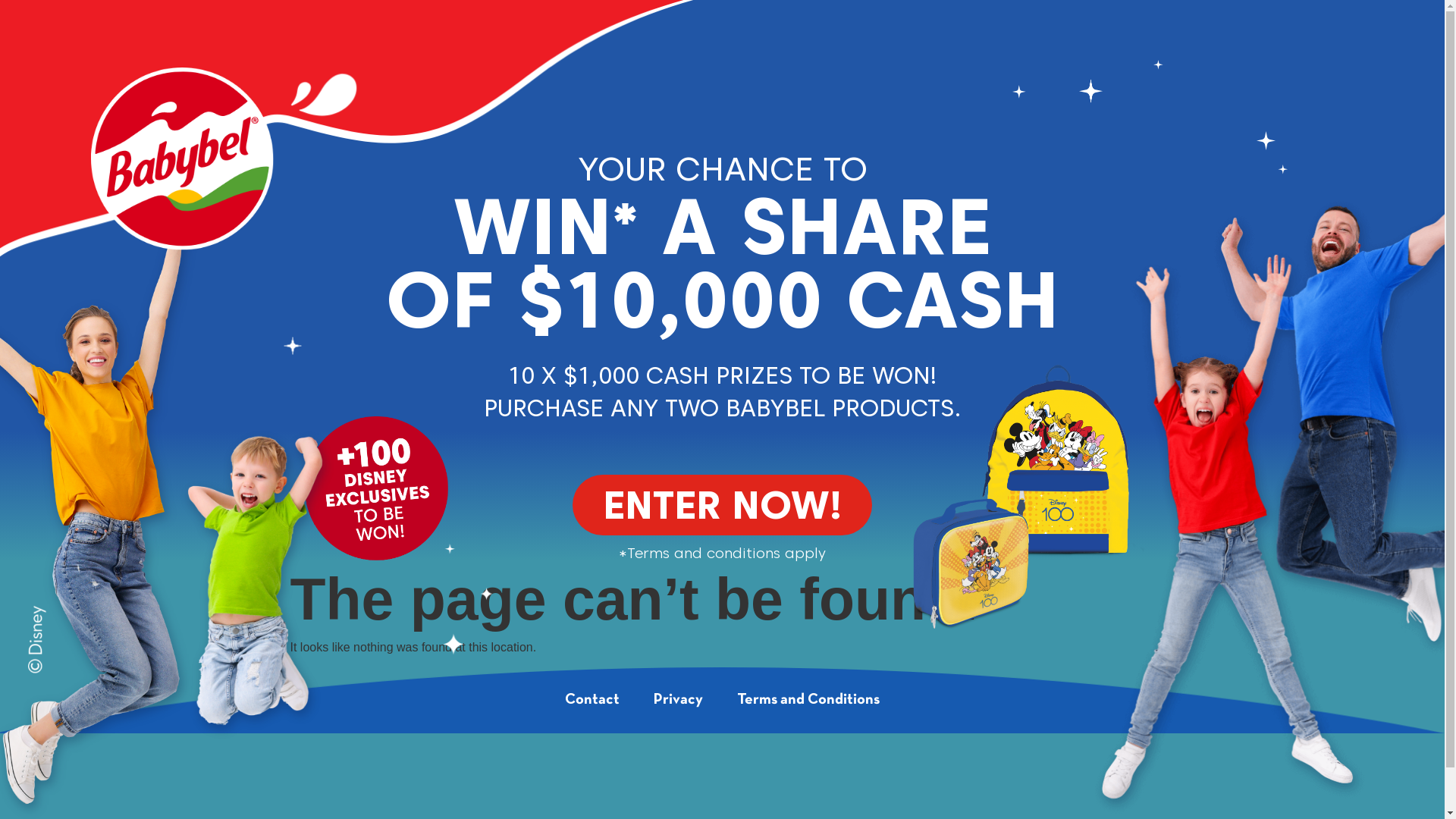 Image resolution: width=1456 pixels, height=819 pixels. I want to click on 'Terms and Conditions', so click(807, 700).